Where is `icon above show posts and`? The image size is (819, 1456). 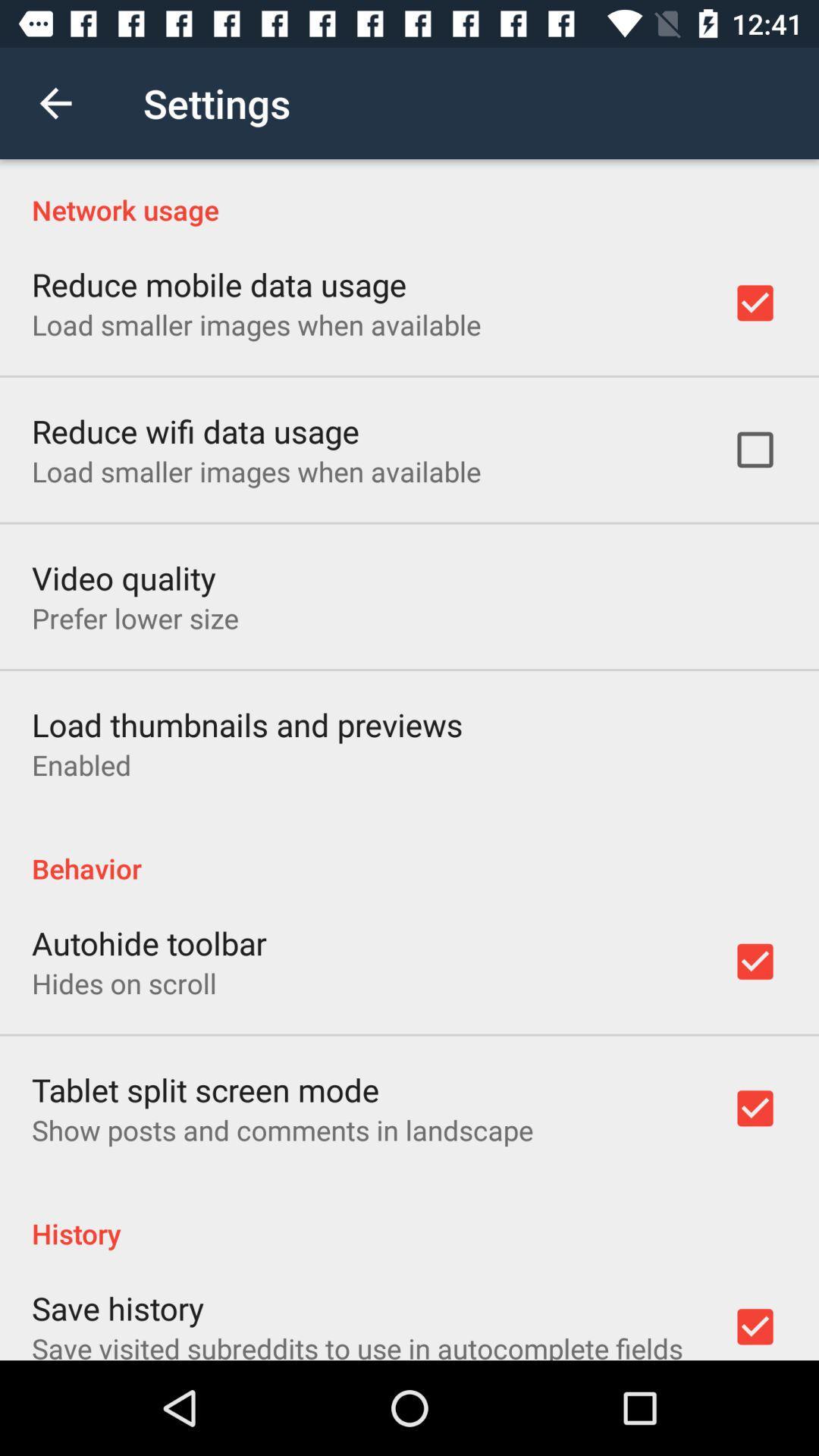
icon above show posts and is located at coordinates (206, 1088).